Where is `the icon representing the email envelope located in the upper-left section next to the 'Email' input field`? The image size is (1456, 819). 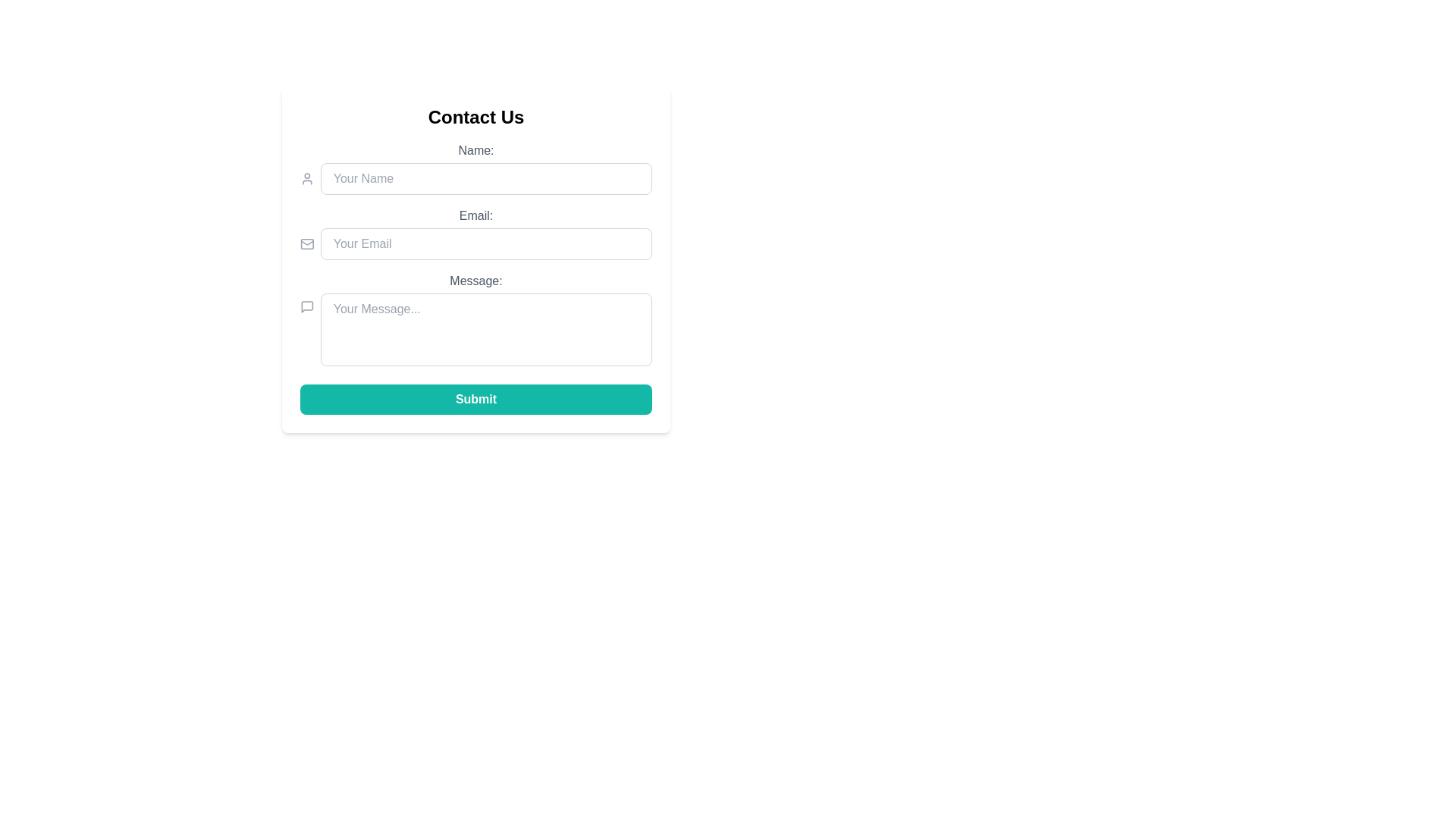
the icon representing the email envelope located in the upper-left section next to the 'Email' input field is located at coordinates (306, 243).